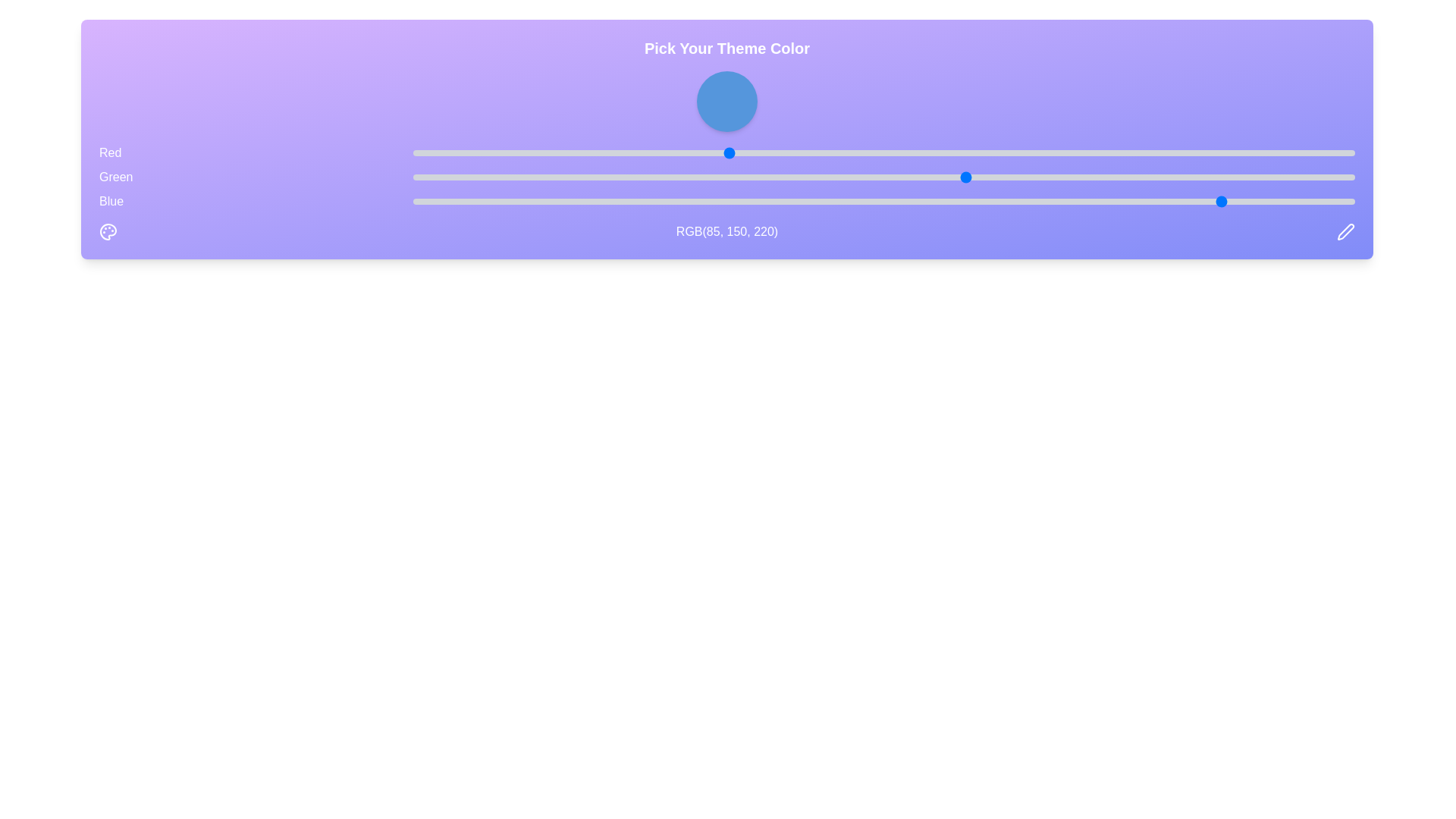  I want to click on the circular color display with a blue background, positioned beneath 'Pick Your Theme Color' and above the RGB sliders, so click(726, 102).